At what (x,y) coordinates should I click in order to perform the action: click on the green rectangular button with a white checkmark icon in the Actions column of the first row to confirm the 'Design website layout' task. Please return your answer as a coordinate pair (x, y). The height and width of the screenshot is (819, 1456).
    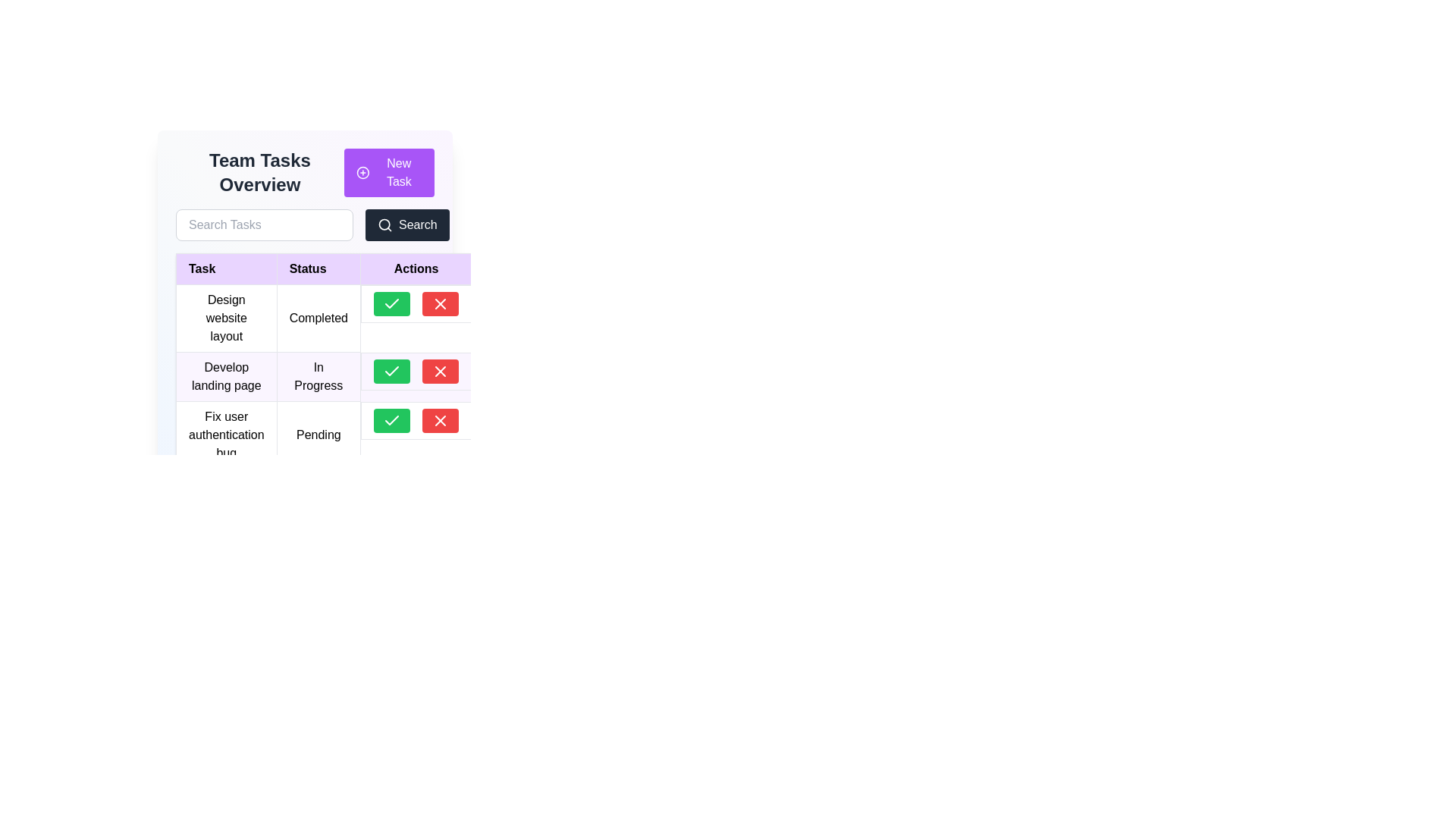
    Looking at the image, I should click on (392, 304).